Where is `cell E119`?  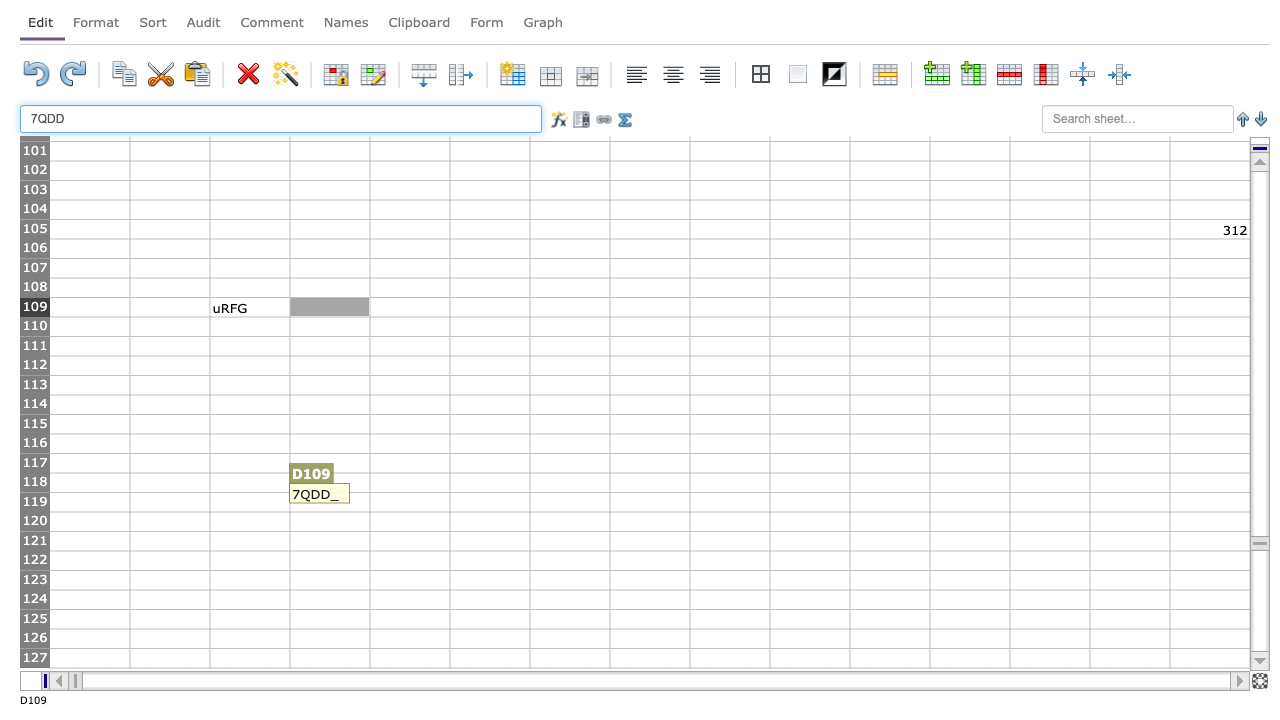 cell E119 is located at coordinates (408, 501).